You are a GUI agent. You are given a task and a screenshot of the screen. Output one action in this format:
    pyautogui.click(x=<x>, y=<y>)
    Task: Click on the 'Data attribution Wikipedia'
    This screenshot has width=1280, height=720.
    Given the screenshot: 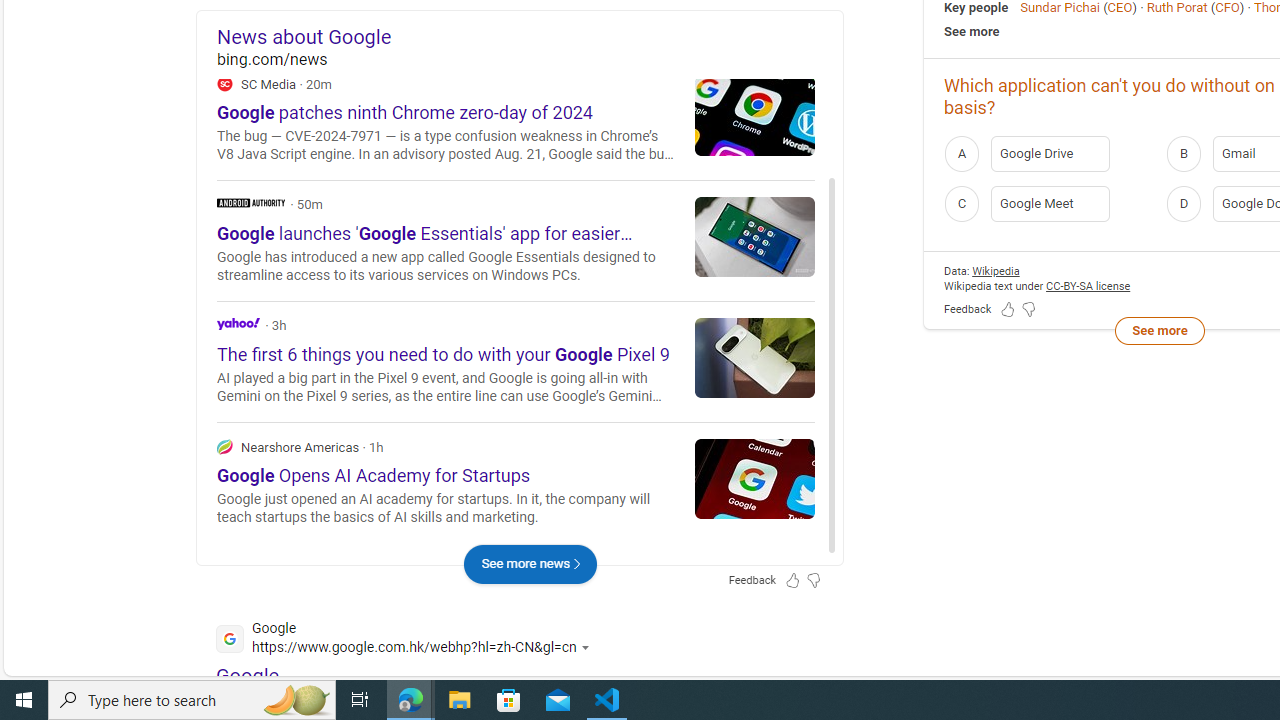 What is the action you would take?
    pyautogui.click(x=995, y=271)
    